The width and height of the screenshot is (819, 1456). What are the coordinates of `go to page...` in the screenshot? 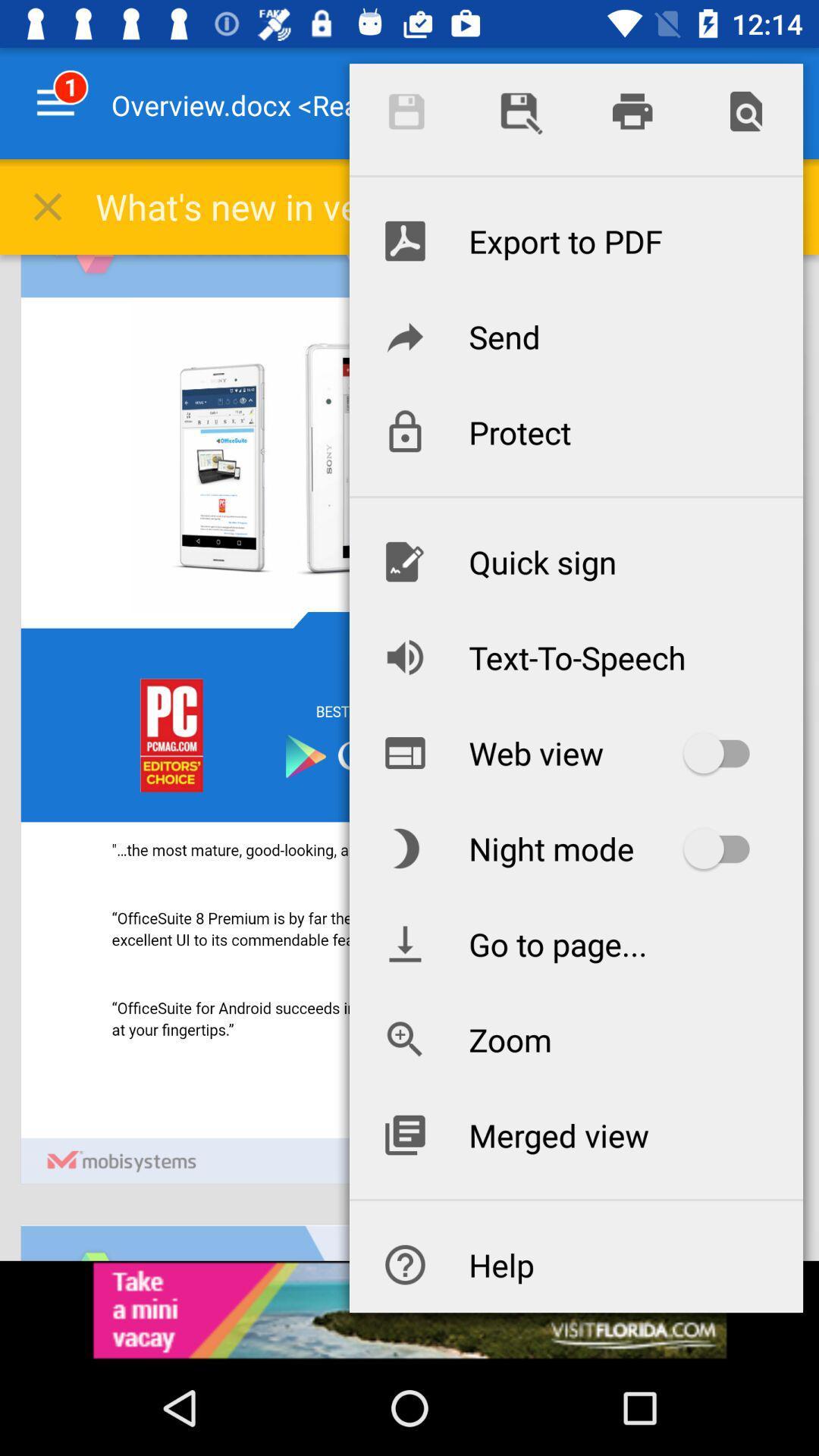 It's located at (576, 943).